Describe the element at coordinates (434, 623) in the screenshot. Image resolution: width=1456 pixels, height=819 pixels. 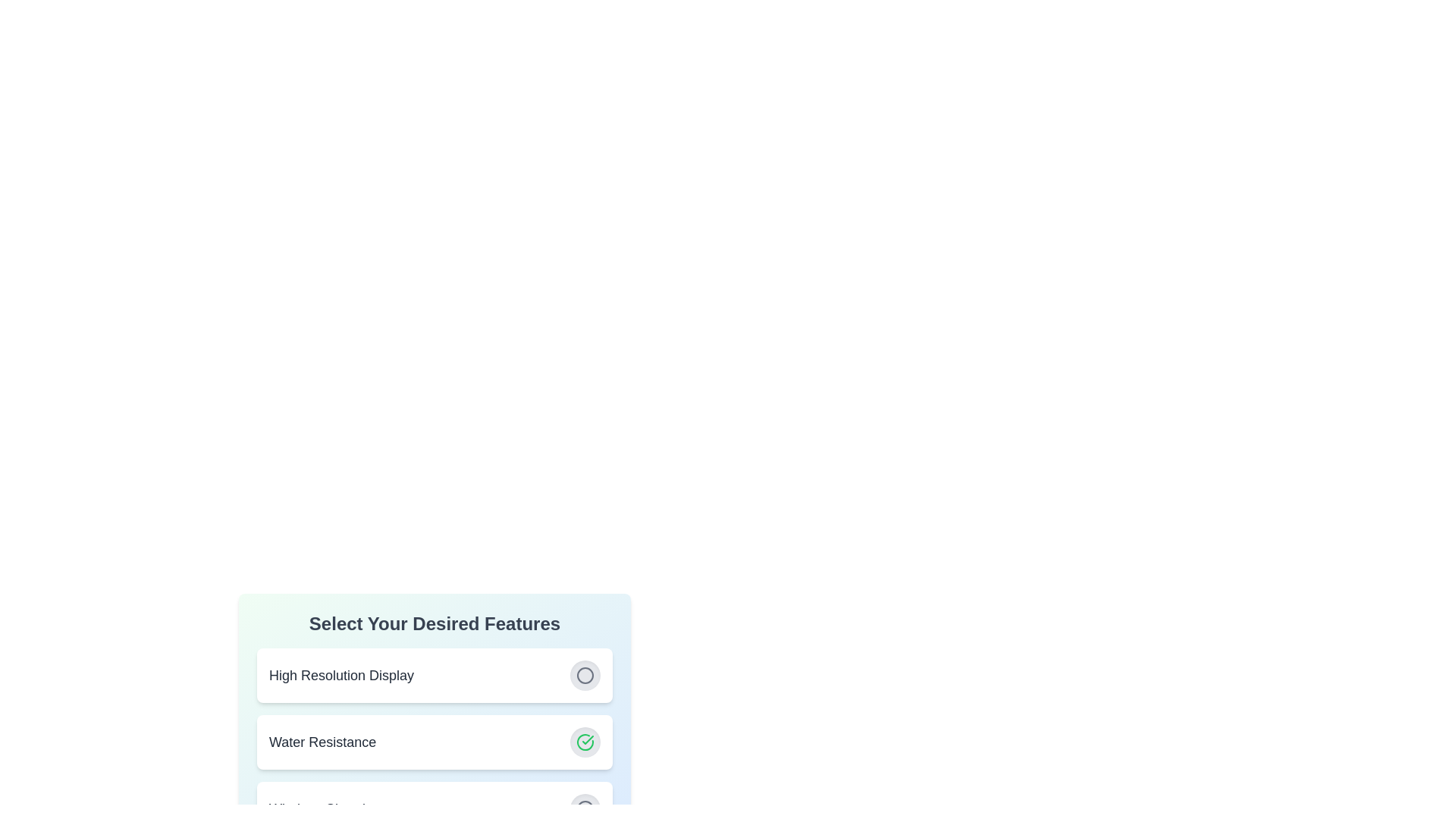
I see `the heading text that serves as a title for the section, guiding users to select their desired features` at that location.